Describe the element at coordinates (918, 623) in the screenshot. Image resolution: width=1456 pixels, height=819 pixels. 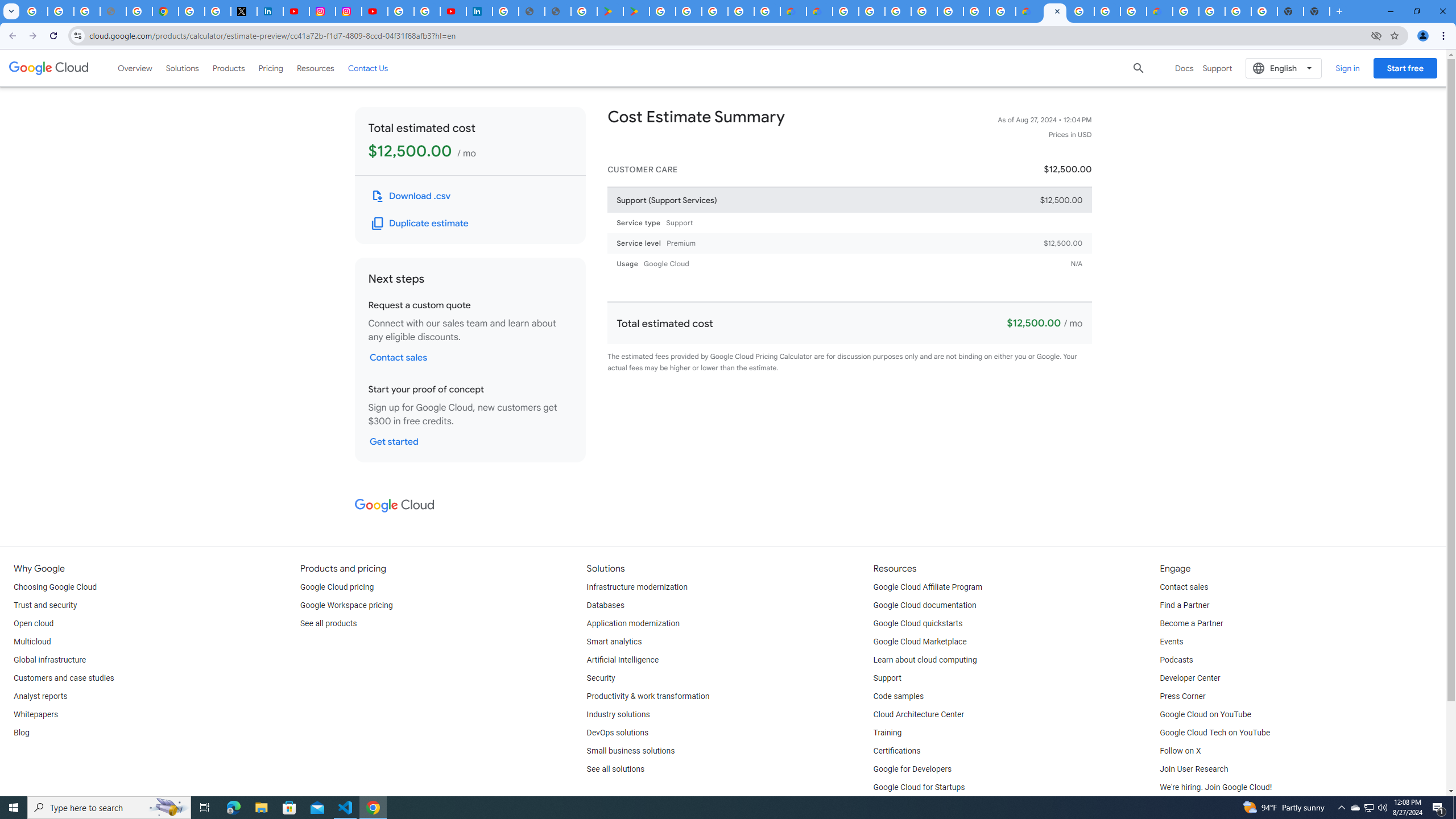
I see `'Google Cloud quickstarts'` at that location.